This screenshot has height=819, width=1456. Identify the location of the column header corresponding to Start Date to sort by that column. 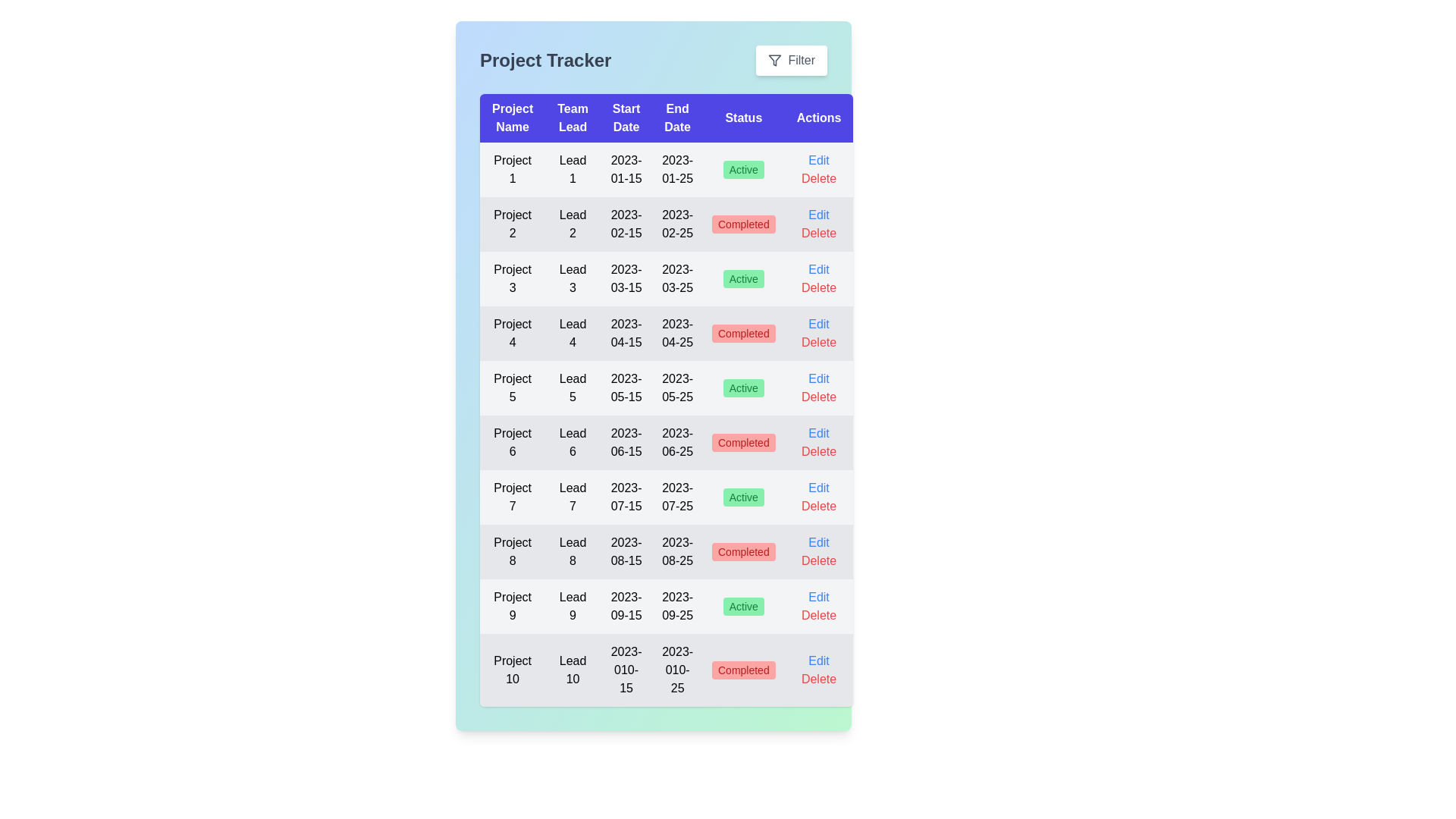
(626, 117).